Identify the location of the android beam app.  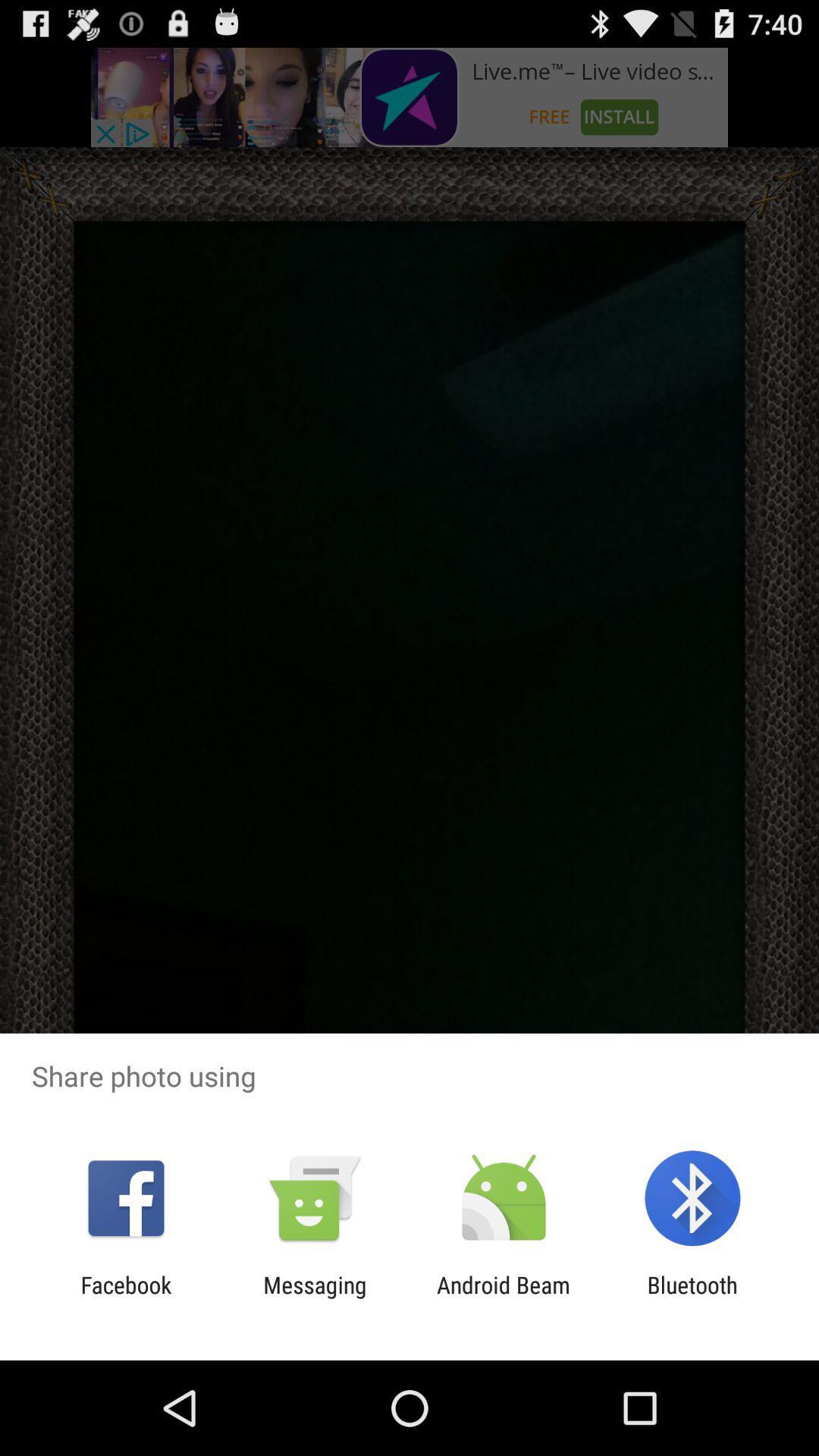
(504, 1298).